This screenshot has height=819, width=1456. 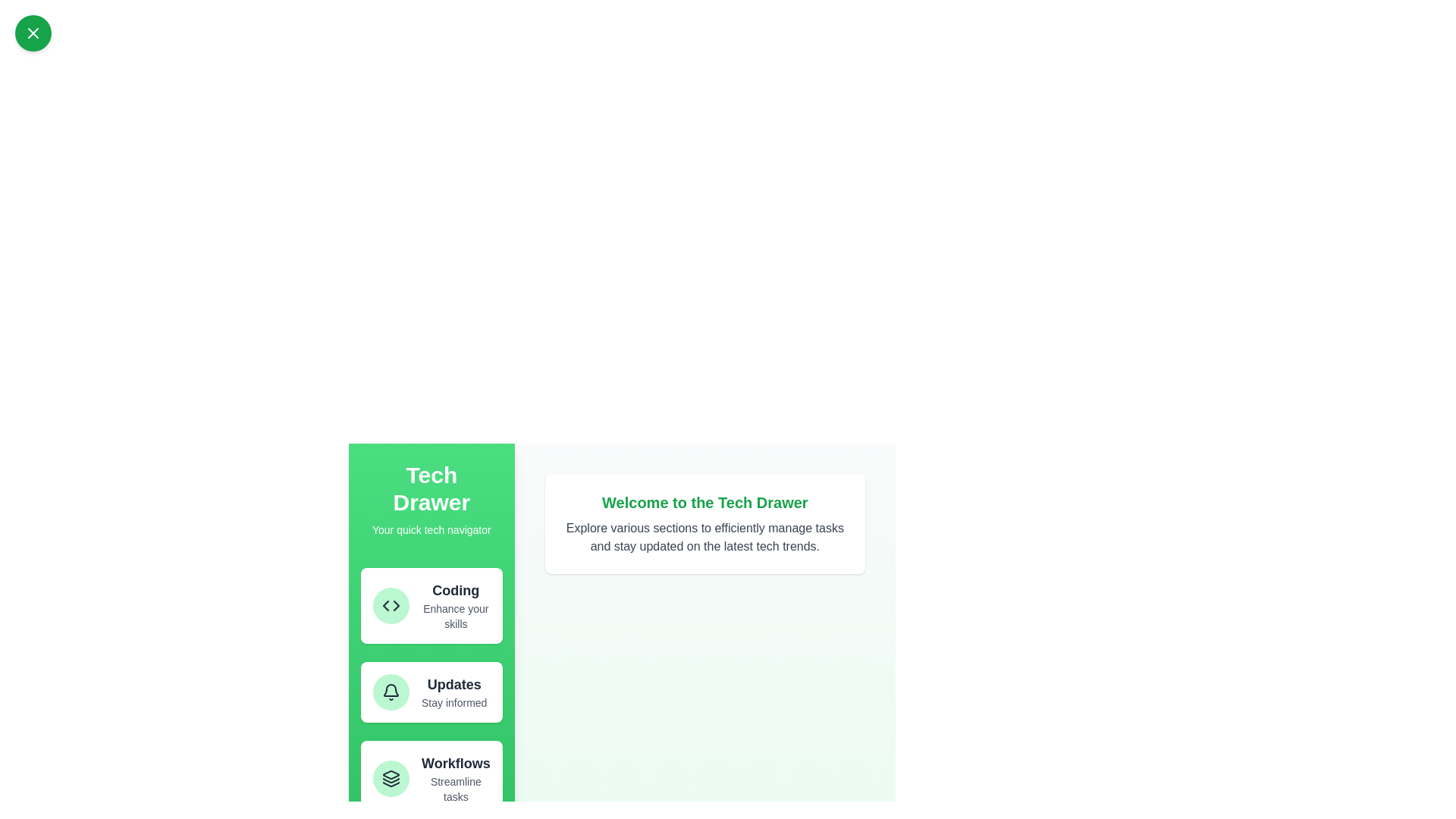 I want to click on the item Updates in the drawer, so click(x=431, y=692).